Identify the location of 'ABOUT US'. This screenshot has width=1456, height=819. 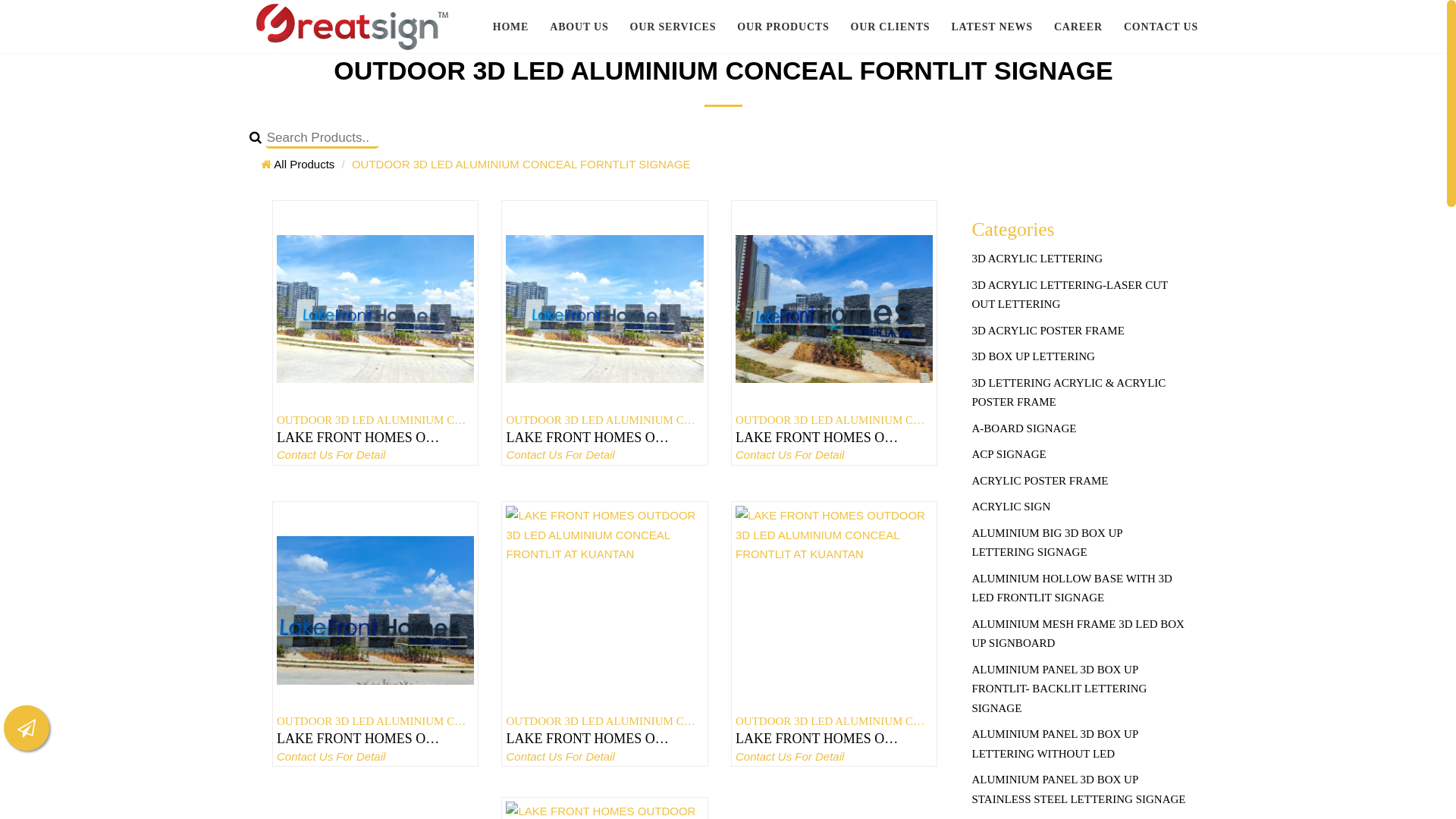
(538, 27).